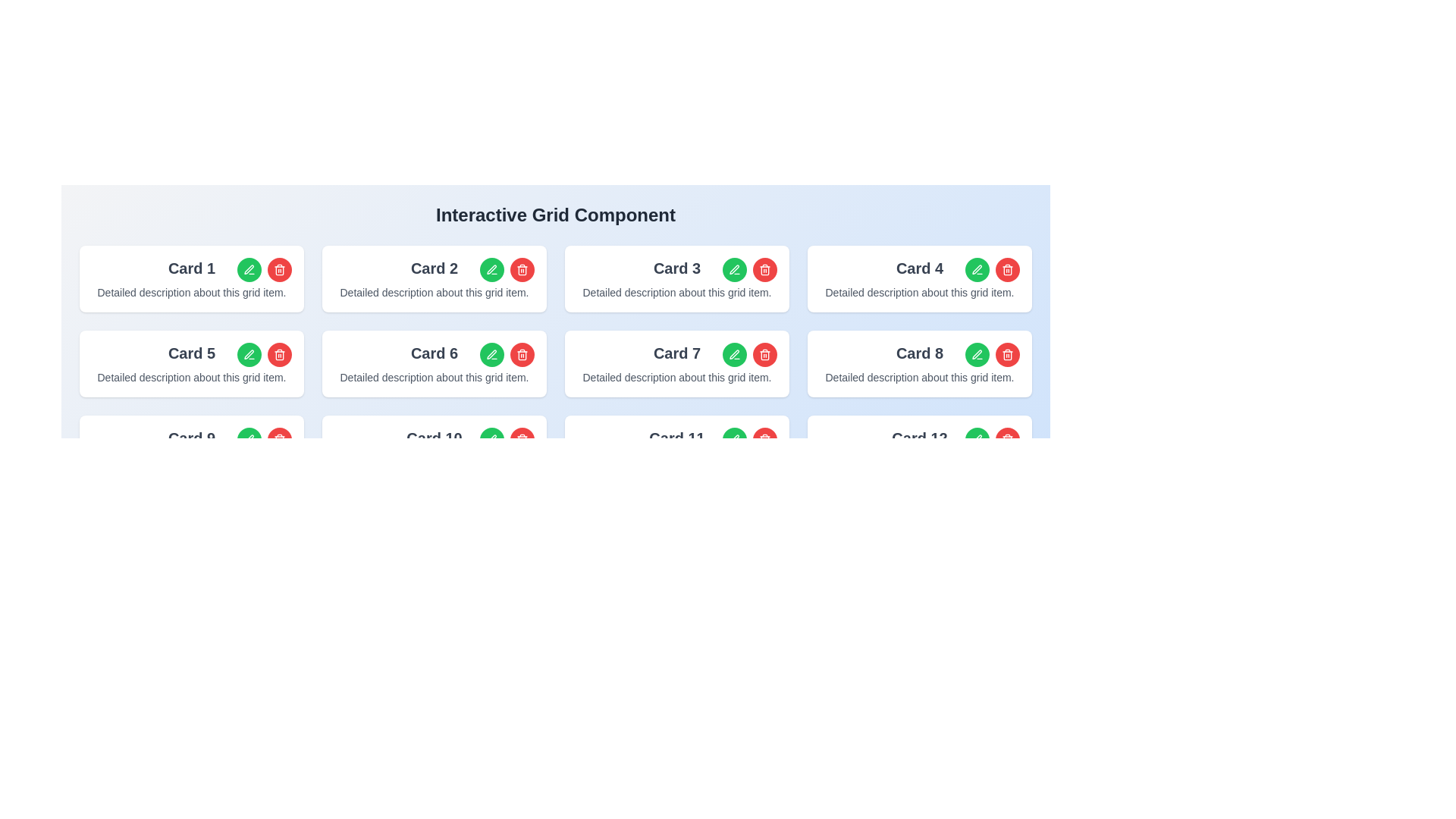 This screenshot has width=1456, height=819. What do you see at coordinates (280, 354) in the screenshot?
I see `the circular red button with a white trash can icon located in the top-right corner of 'Card 5'` at bounding box center [280, 354].